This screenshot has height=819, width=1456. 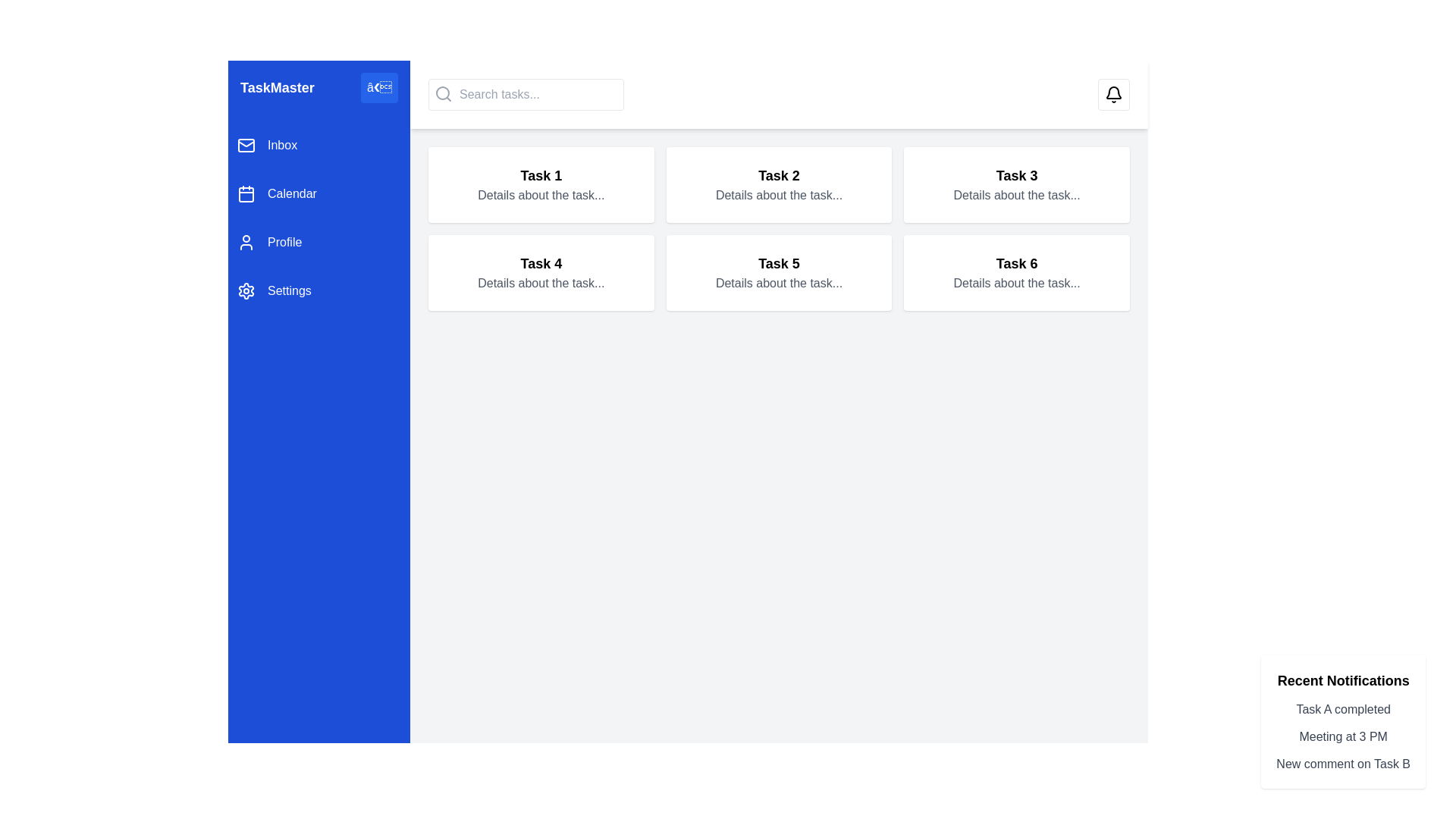 I want to click on the text element displaying 'Task 3' which is located prominently above additional text details in the top-right card of the grid layout, so click(x=1017, y=174).